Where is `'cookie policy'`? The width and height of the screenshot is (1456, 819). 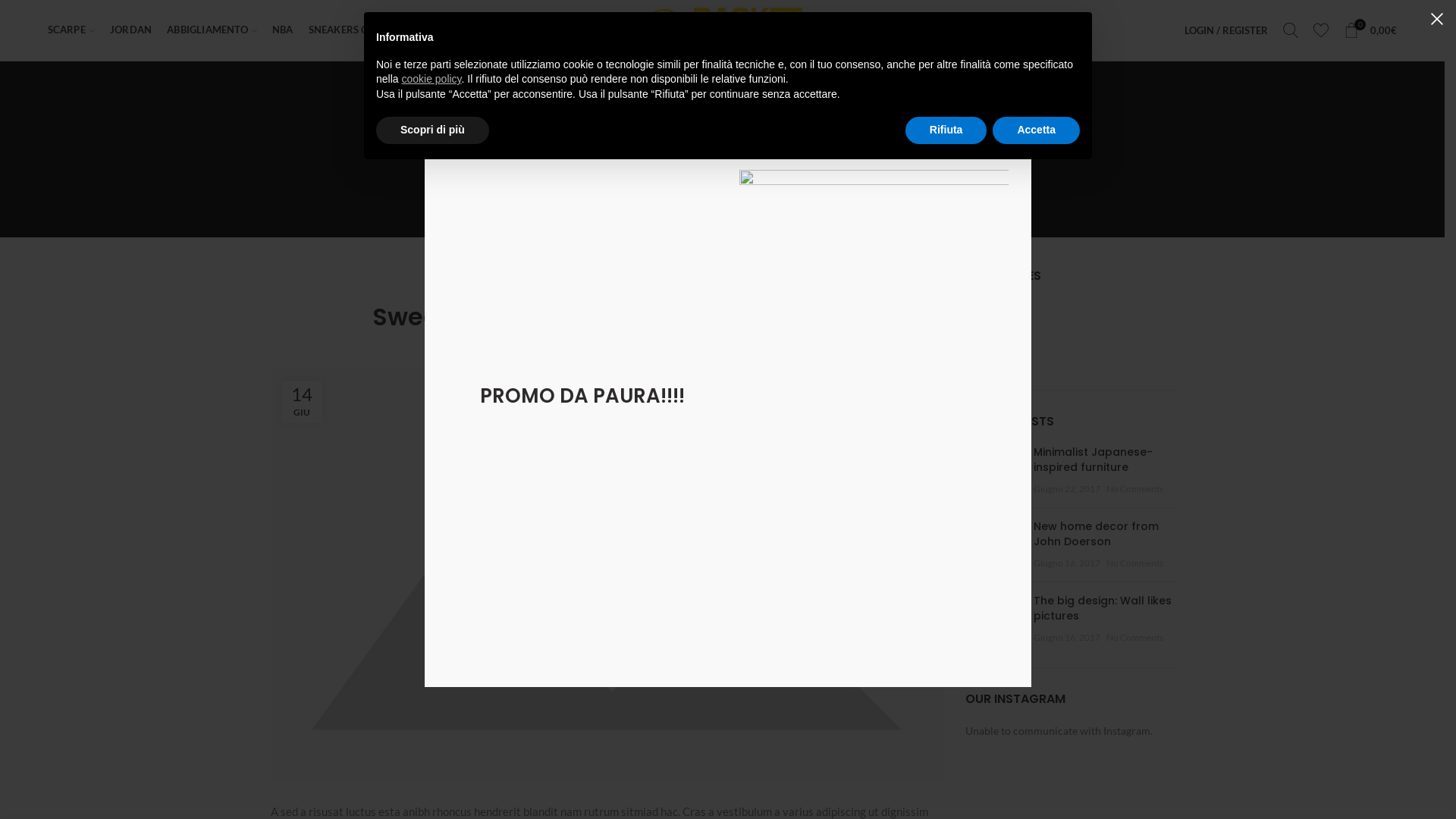
'cookie policy' is located at coordinates (400, 79).